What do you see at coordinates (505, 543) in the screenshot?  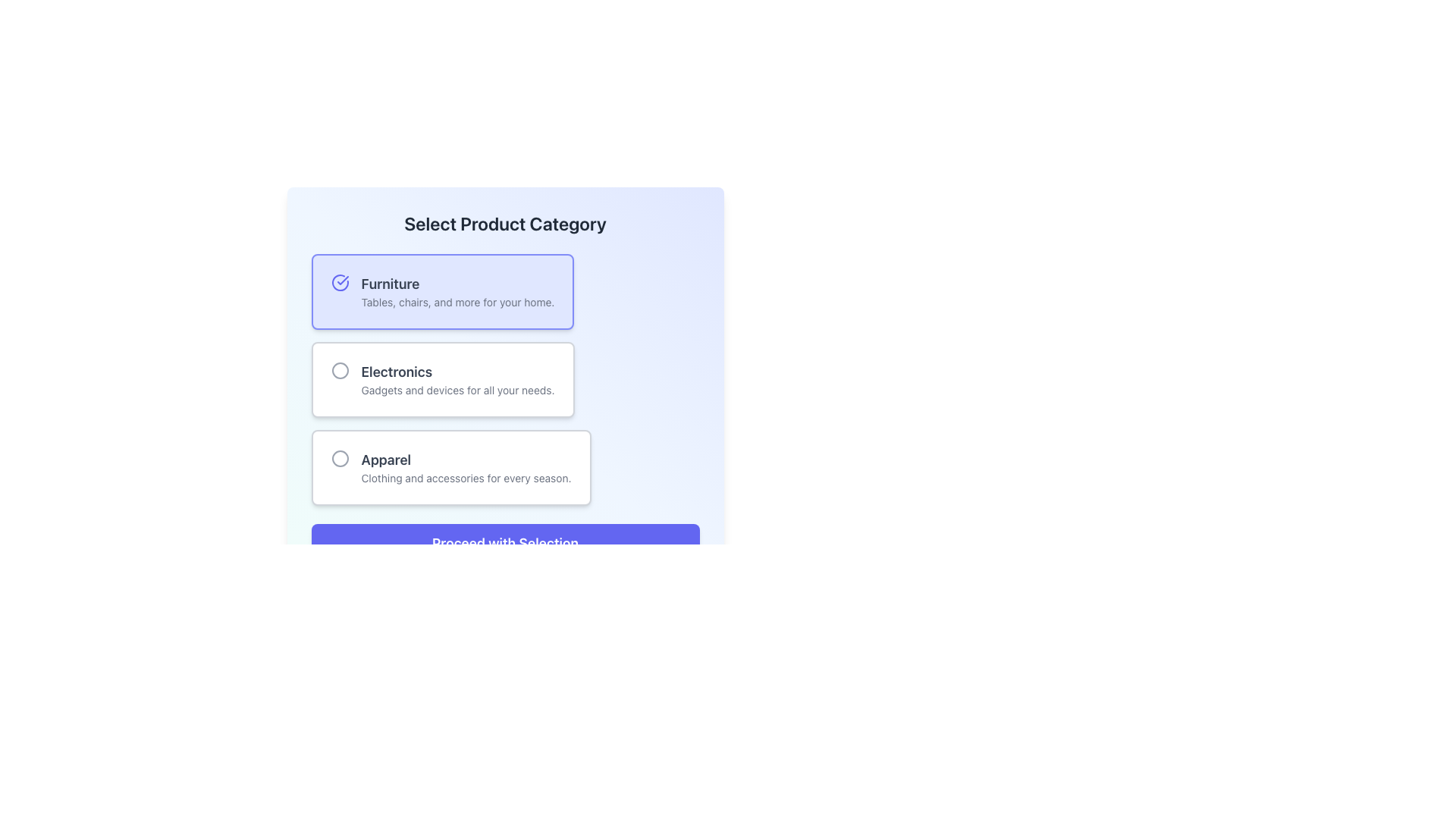 I see `the button labeled 'Proceed with Selection' which has an indigo background and is located at the bottom of the product category options` at bounding box center [505, 543].